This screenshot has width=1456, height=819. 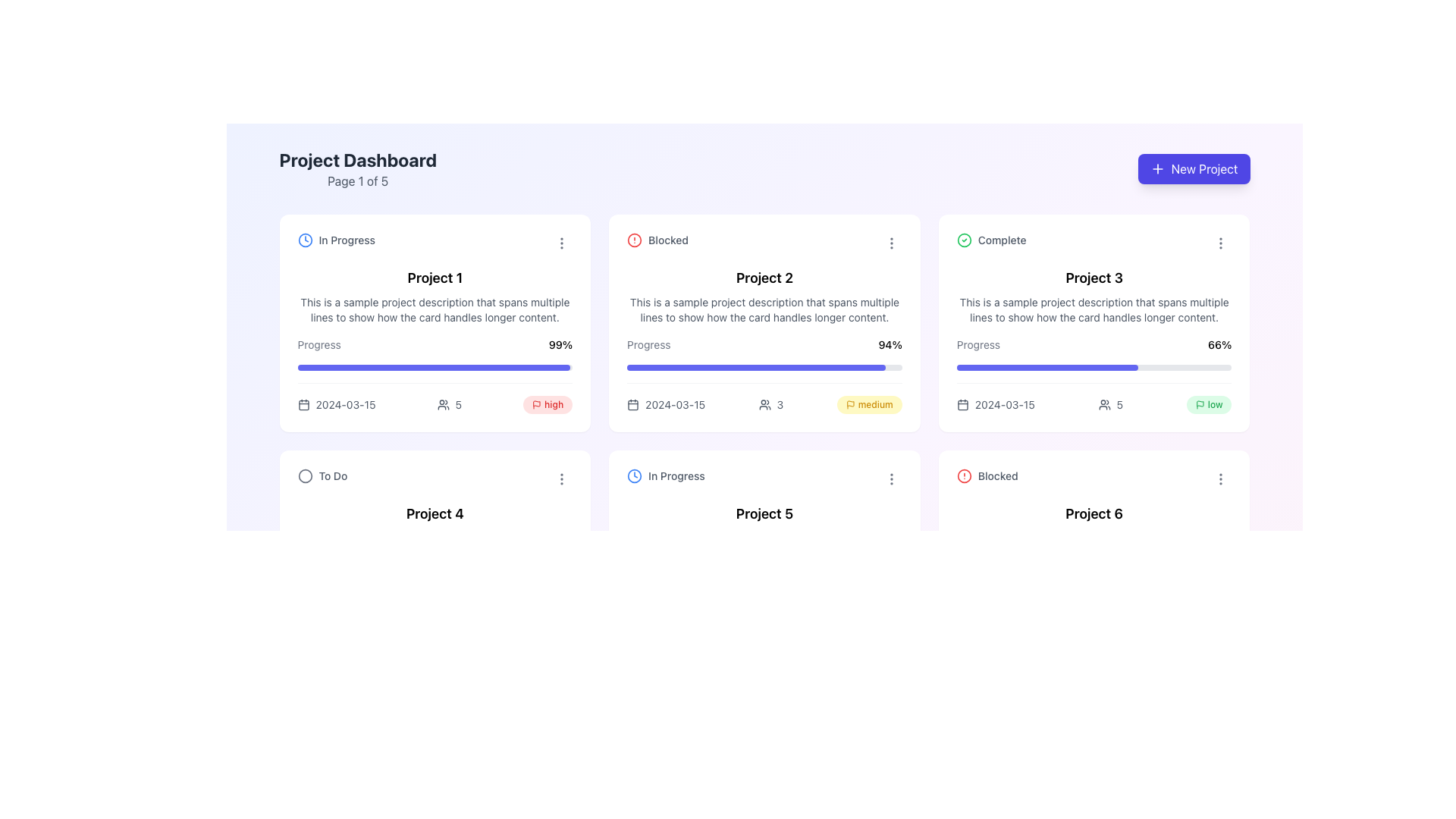 I want to click on on the Interactive project card for 'Project 1' located in the upper-left corner of the project cards grid, so click(x=434, y=322).